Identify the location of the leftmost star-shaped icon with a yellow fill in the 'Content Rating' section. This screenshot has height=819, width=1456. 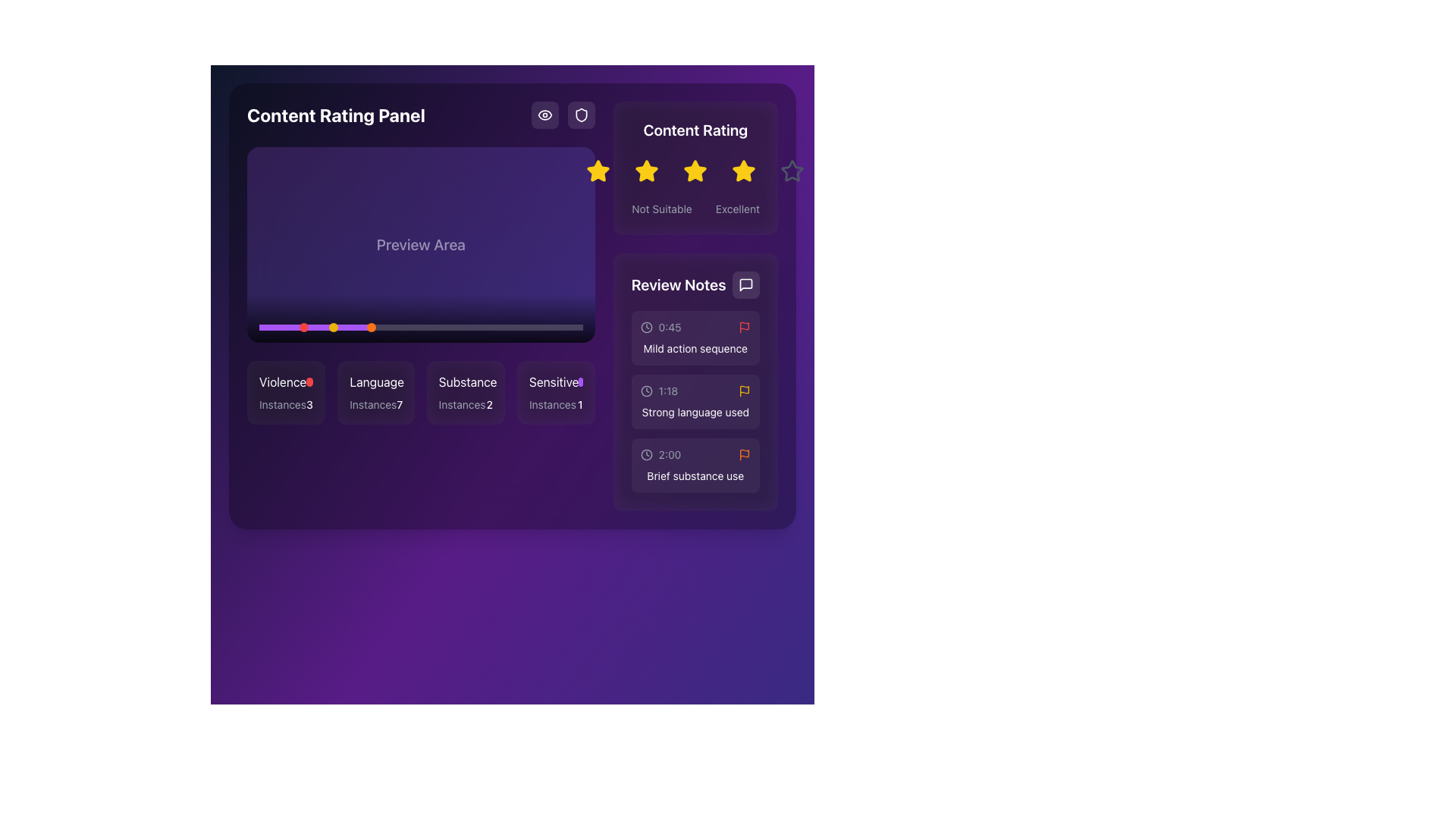
(598, 171).